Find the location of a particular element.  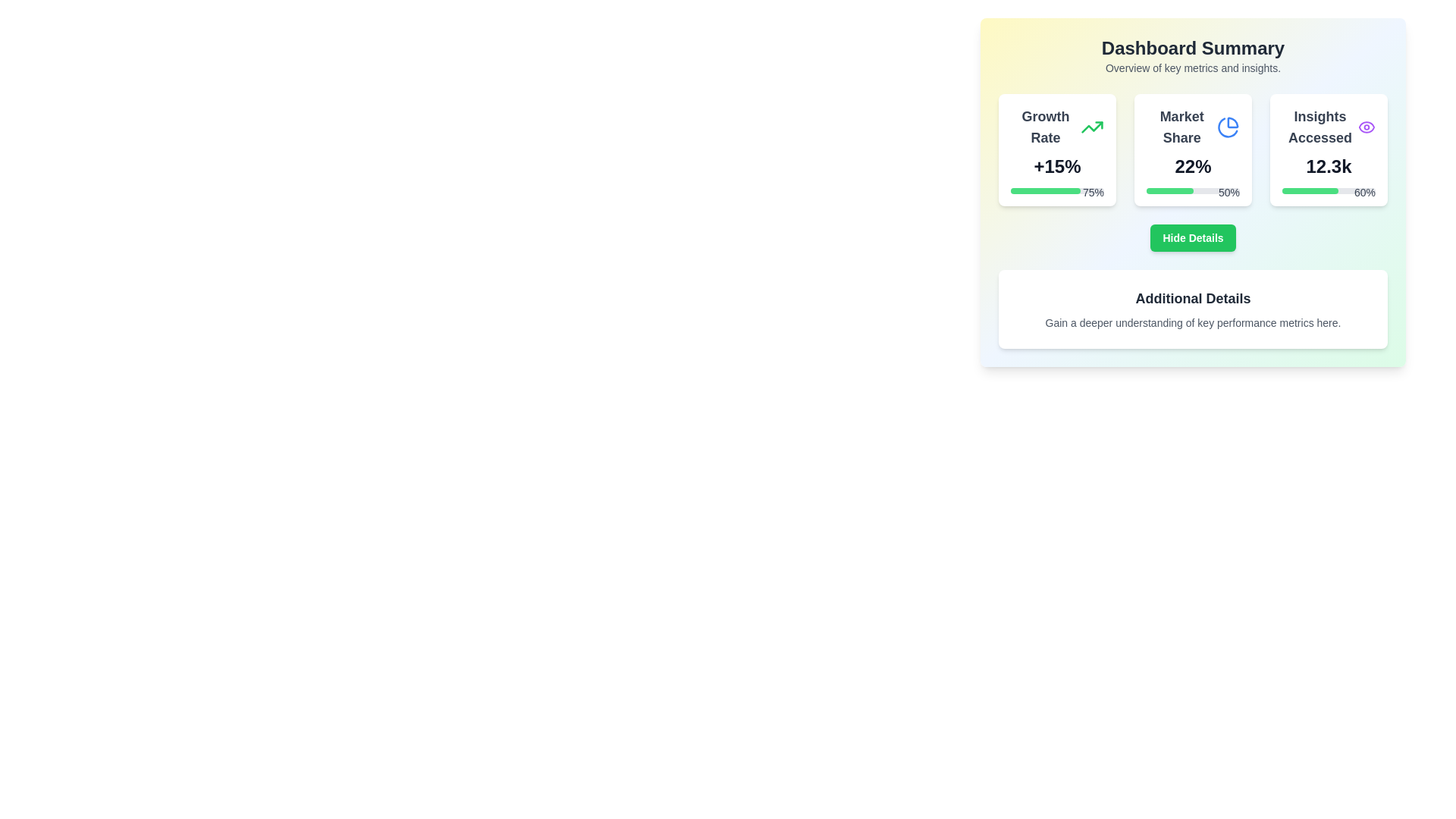

the green upward trending arrow icon located to the right of the 'Growth Rate' label in the first card of the 'Dashboard Summary' section is located at coordinates (1092, 127).